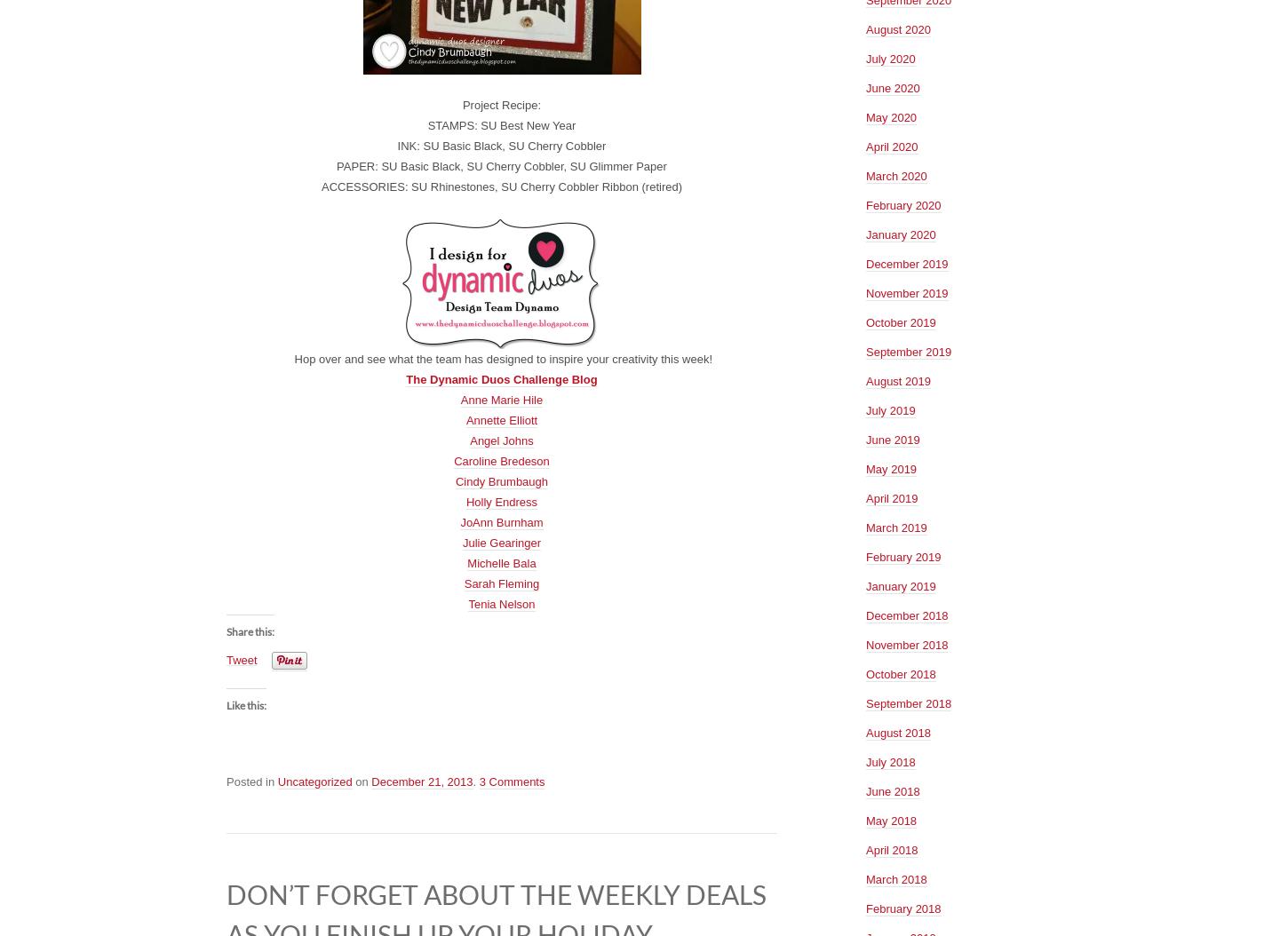 This screenshot has width=1288, height=936. What do you see at coordinates (891, 497) in the screenshot?
I see `'April 2019'` at bounding box center [891, 497].